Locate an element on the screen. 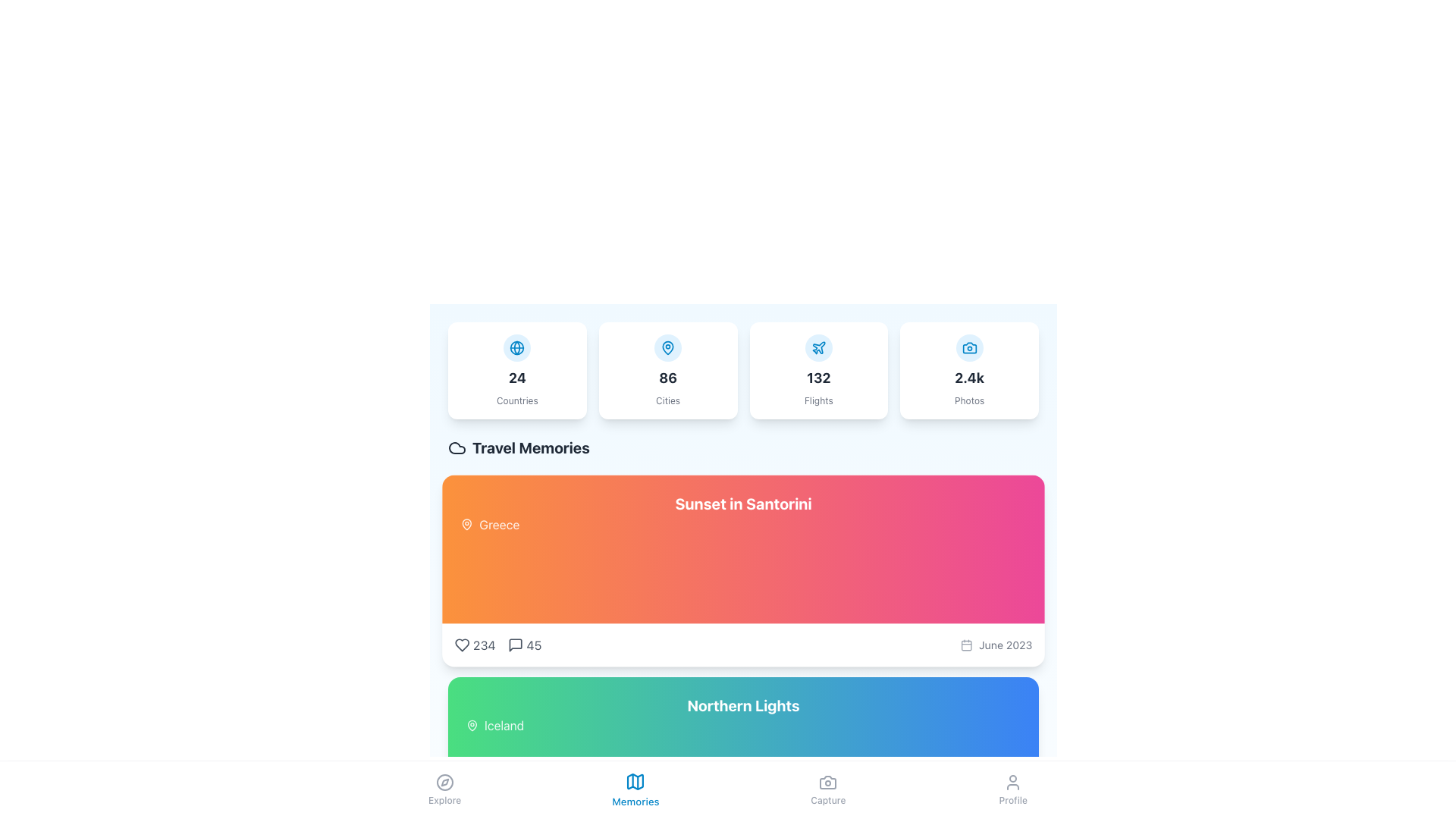 Image resolution: width=1456 pixels, height=819 pixels. displayed information on the Statistical overview card that shows the number of photos, which is 2.4k, positioned in the fourth card of a horizontal grid row is located at coordinates (968, 371).